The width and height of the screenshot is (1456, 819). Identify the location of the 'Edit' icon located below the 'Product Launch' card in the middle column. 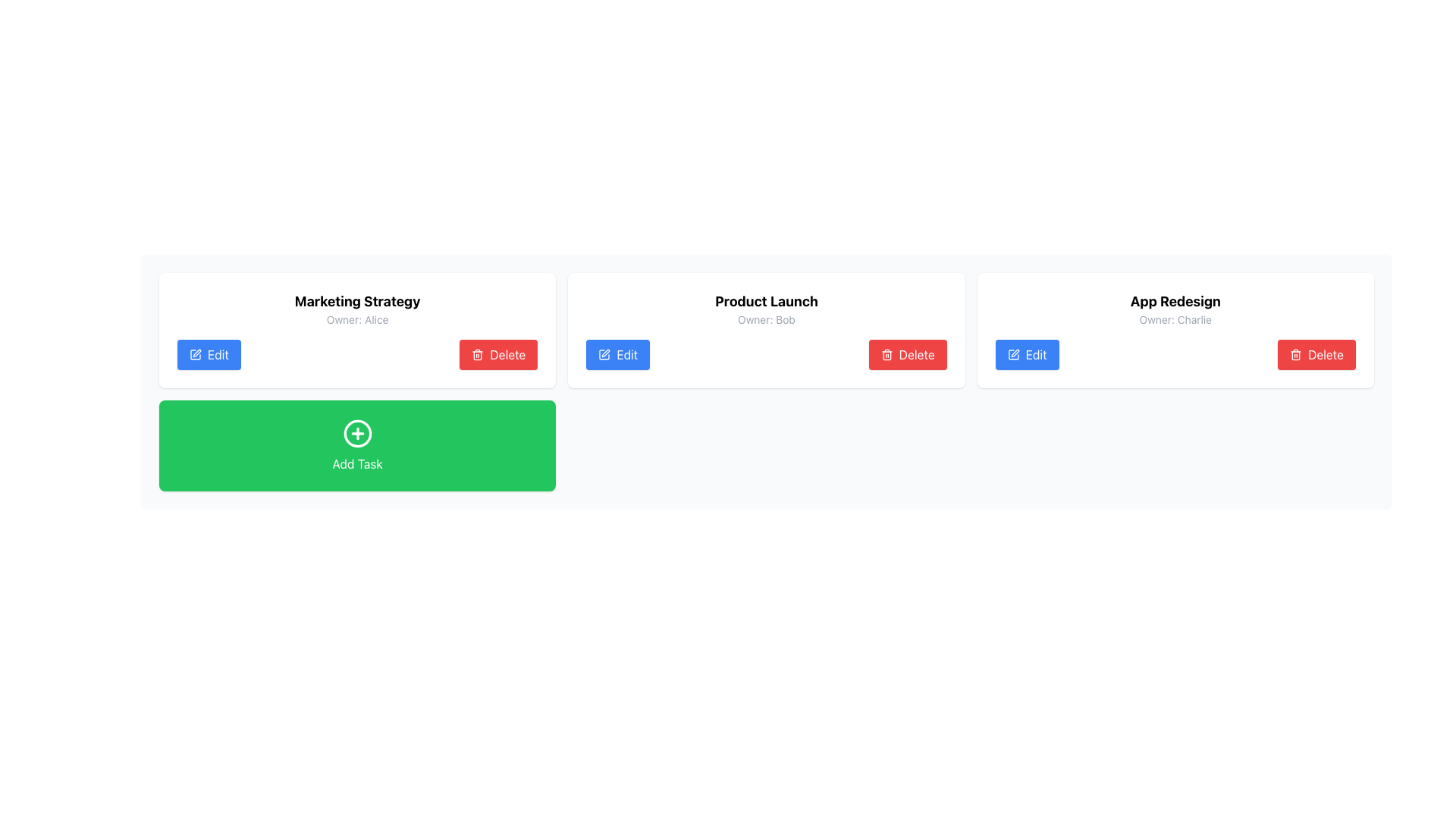
(604, 354).